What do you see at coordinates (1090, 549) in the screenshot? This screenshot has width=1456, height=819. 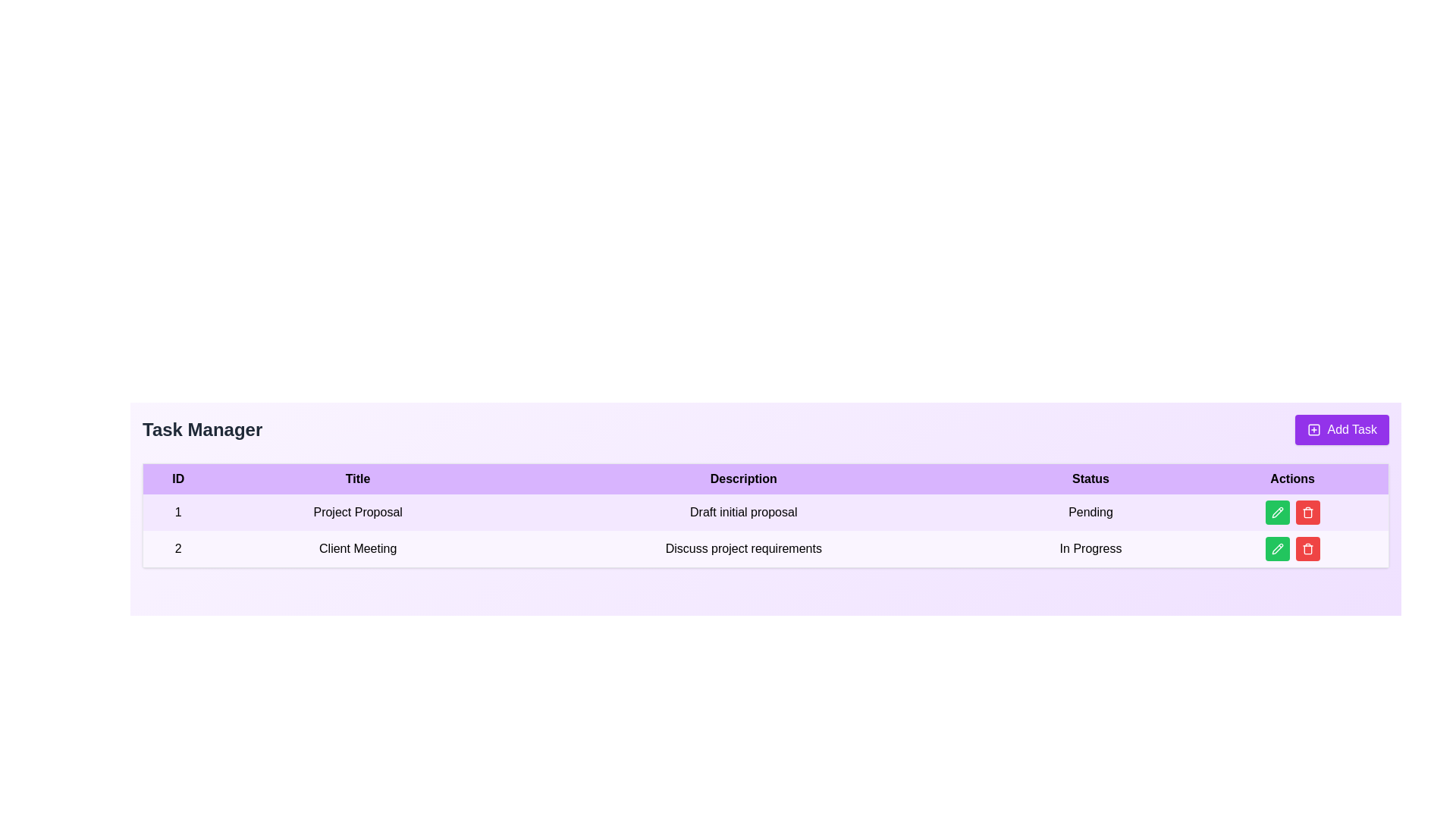 I see `the text label displaying 'In Progress' located under the 'Status' column of the task with ID 2 and title 'Client Meeting', which is positioned between the 'Description' and 'Actions' columns` at bounding box center [1090, 549].